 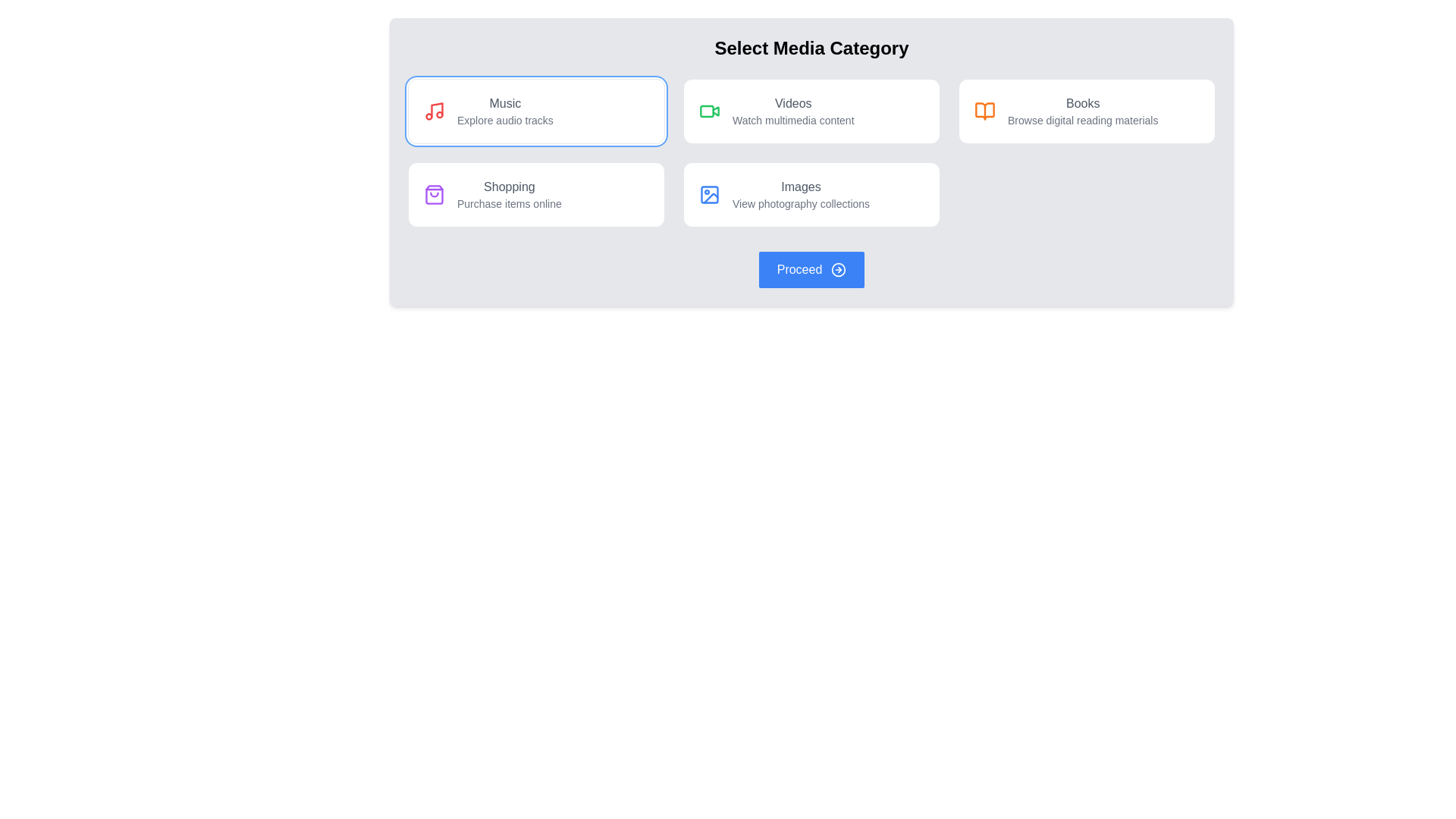 I want to click on the 'Books' text label, which is the third item in the top-right quadrant of the UI, featuring bold text for the title and lighter text for the description, so click(x=1082, y=110).